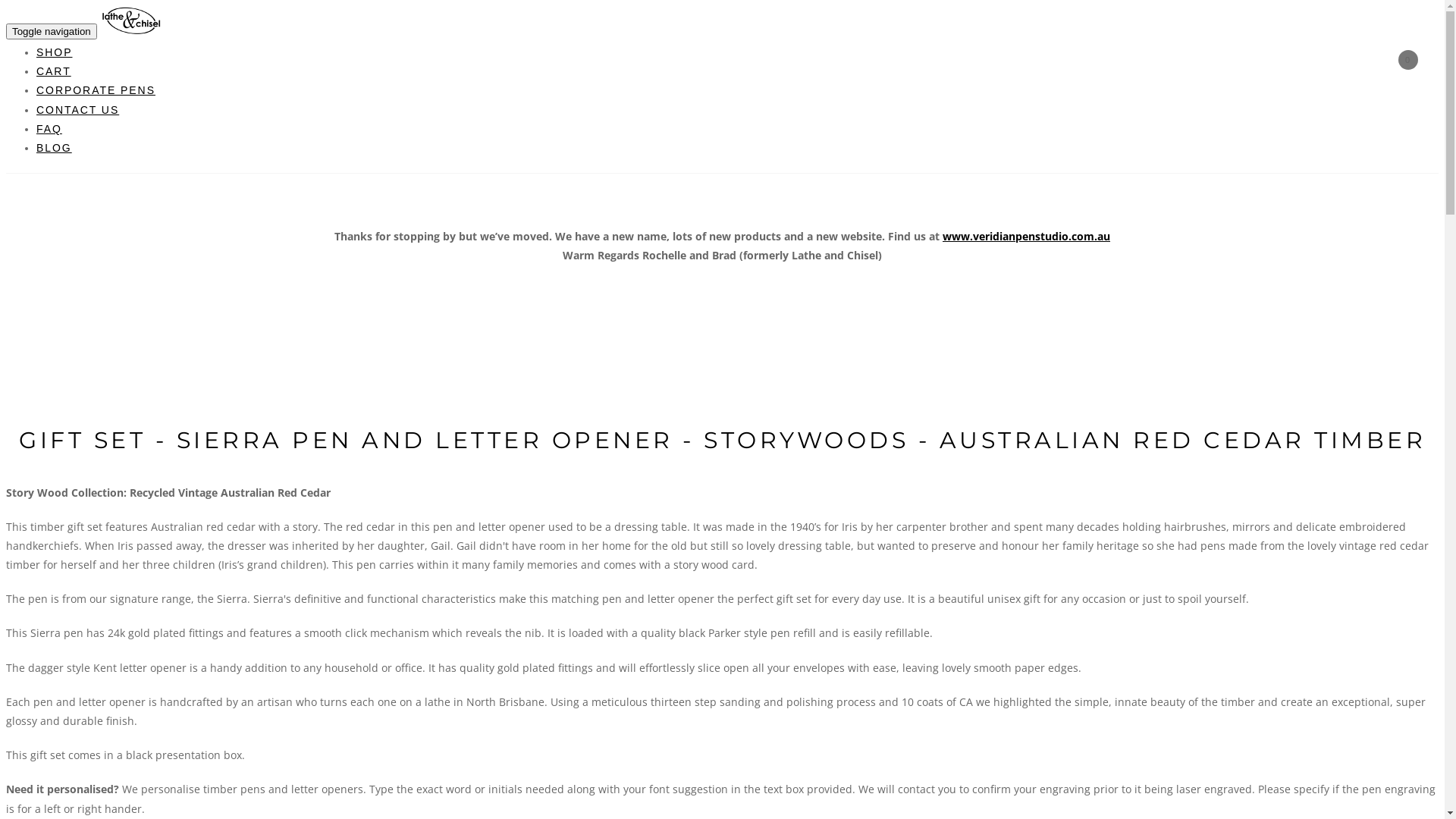  Describe the element at coordinates (54, 71) in the screenshot. I see `'CART'` at that location.